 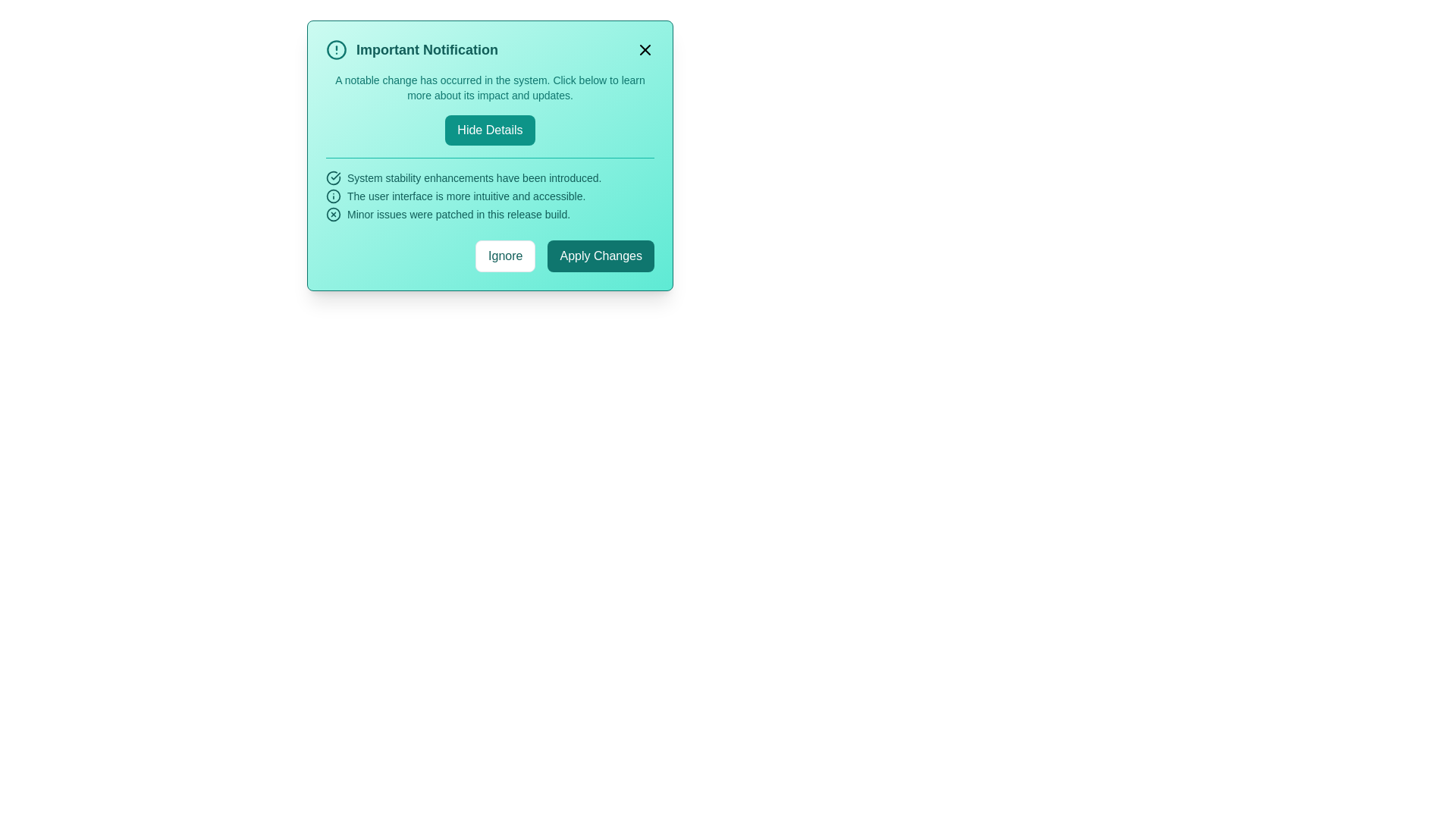 I want to click on the informative text block styled in teal located below the 'Important Notification' title, so click(x=490, y=87).